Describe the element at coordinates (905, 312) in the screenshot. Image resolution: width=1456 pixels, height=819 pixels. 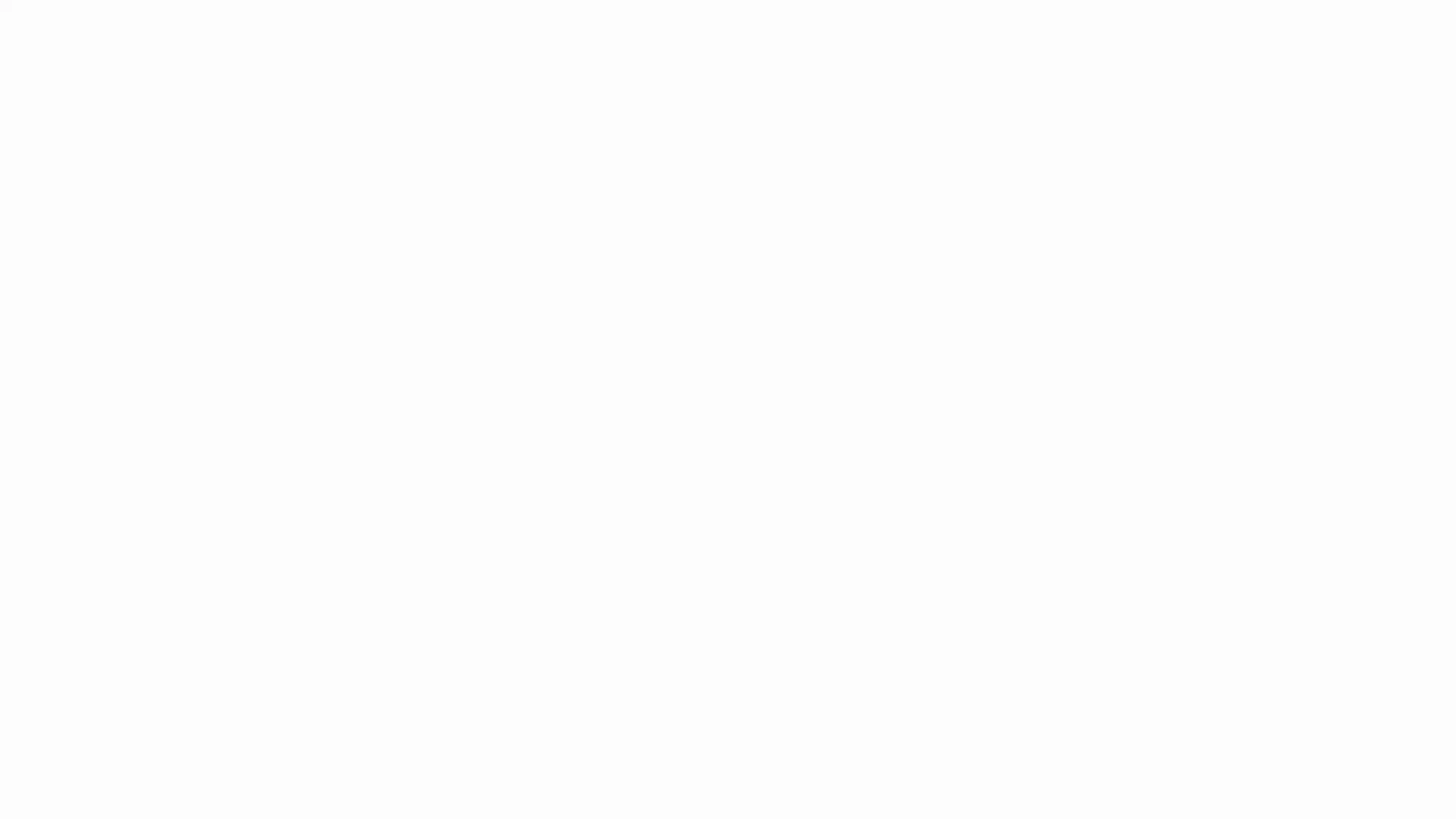
I see `Continue with Apple` at that location.